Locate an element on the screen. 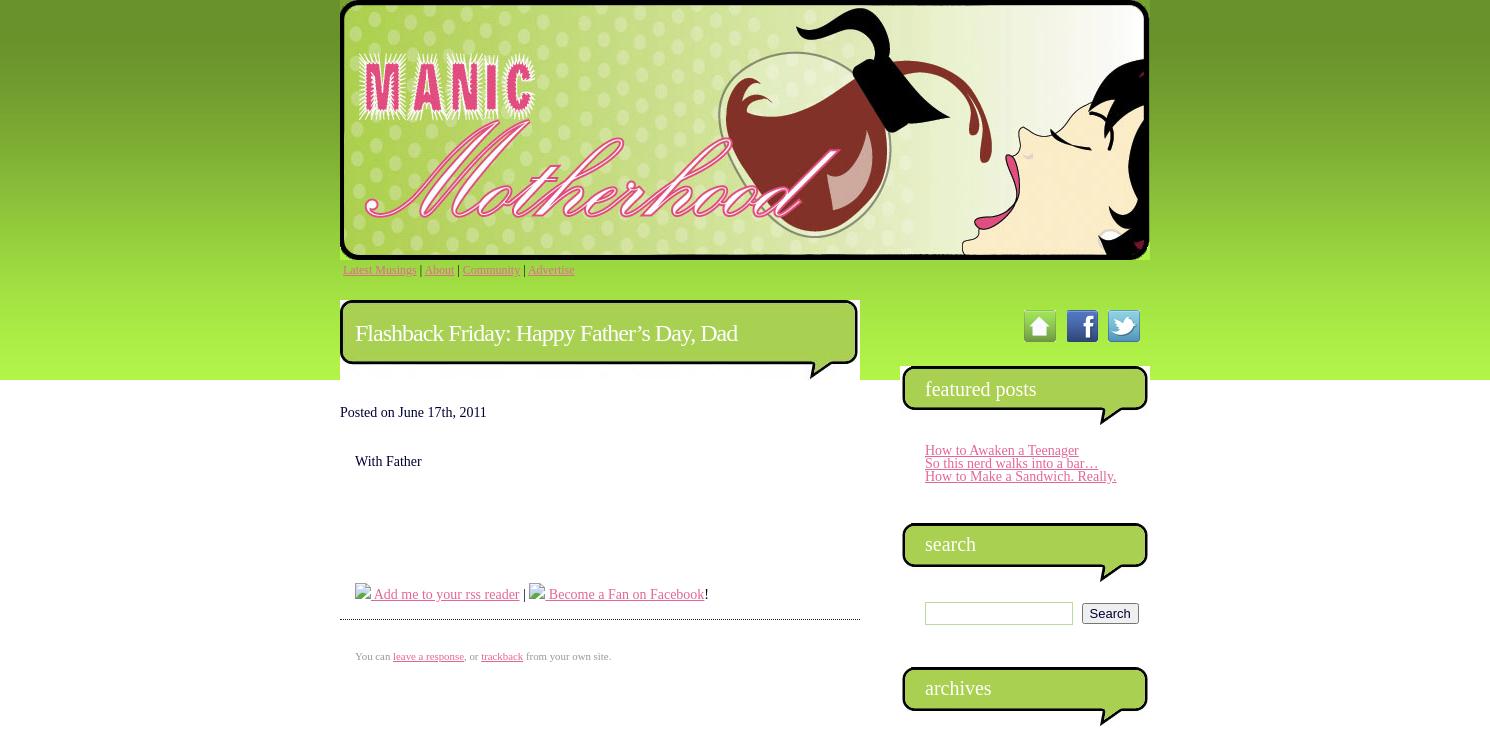 The image size is (1490, 734). 'Add me to your rss reader' is located at coordinates (370, 594).